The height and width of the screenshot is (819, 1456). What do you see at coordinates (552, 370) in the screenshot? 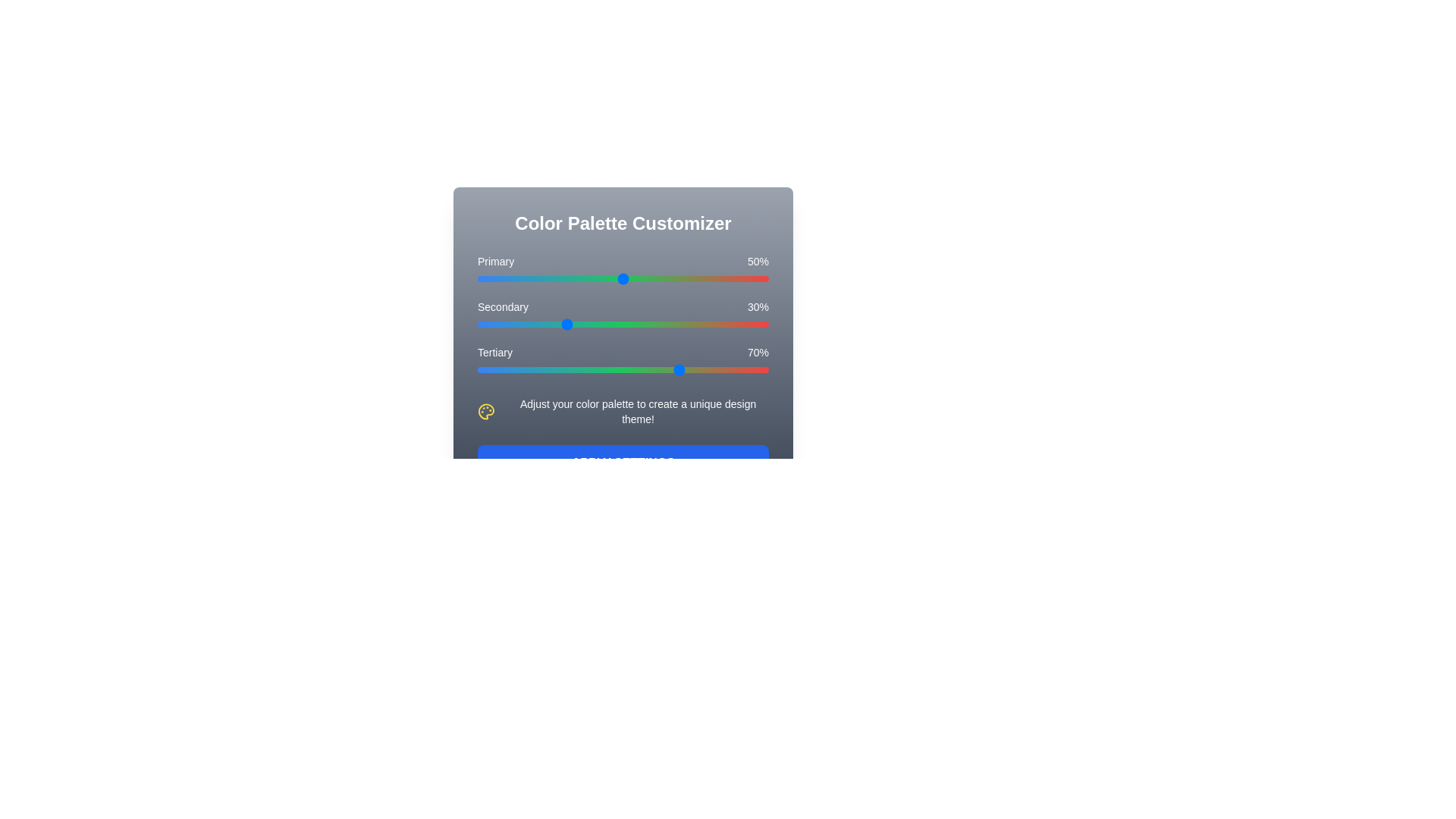
I see `the tertiary color value` at bounding box center [552, 370].